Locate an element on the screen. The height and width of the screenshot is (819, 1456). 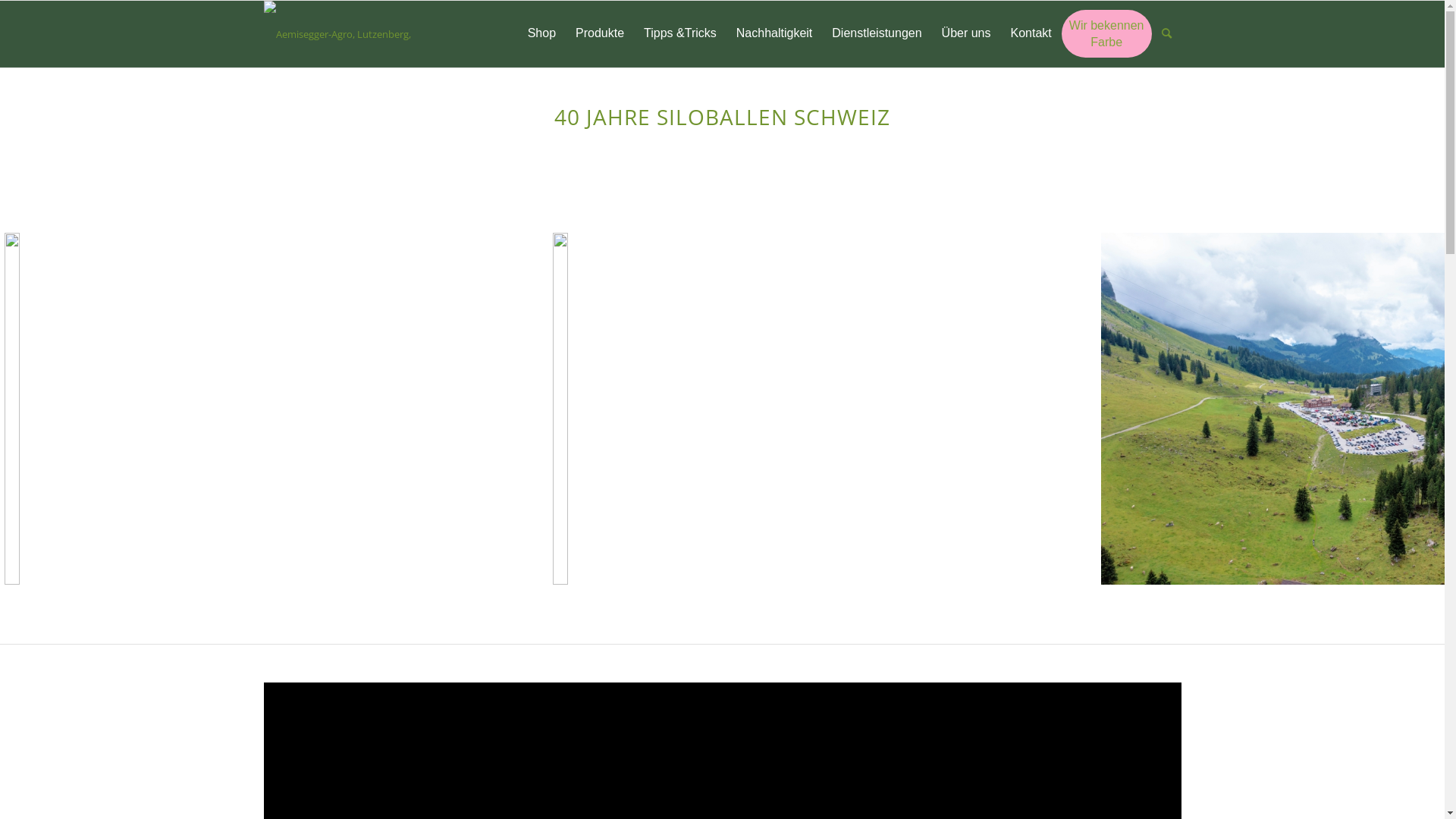
'A1_07872gehrig' is located at coordinates (268, 408).